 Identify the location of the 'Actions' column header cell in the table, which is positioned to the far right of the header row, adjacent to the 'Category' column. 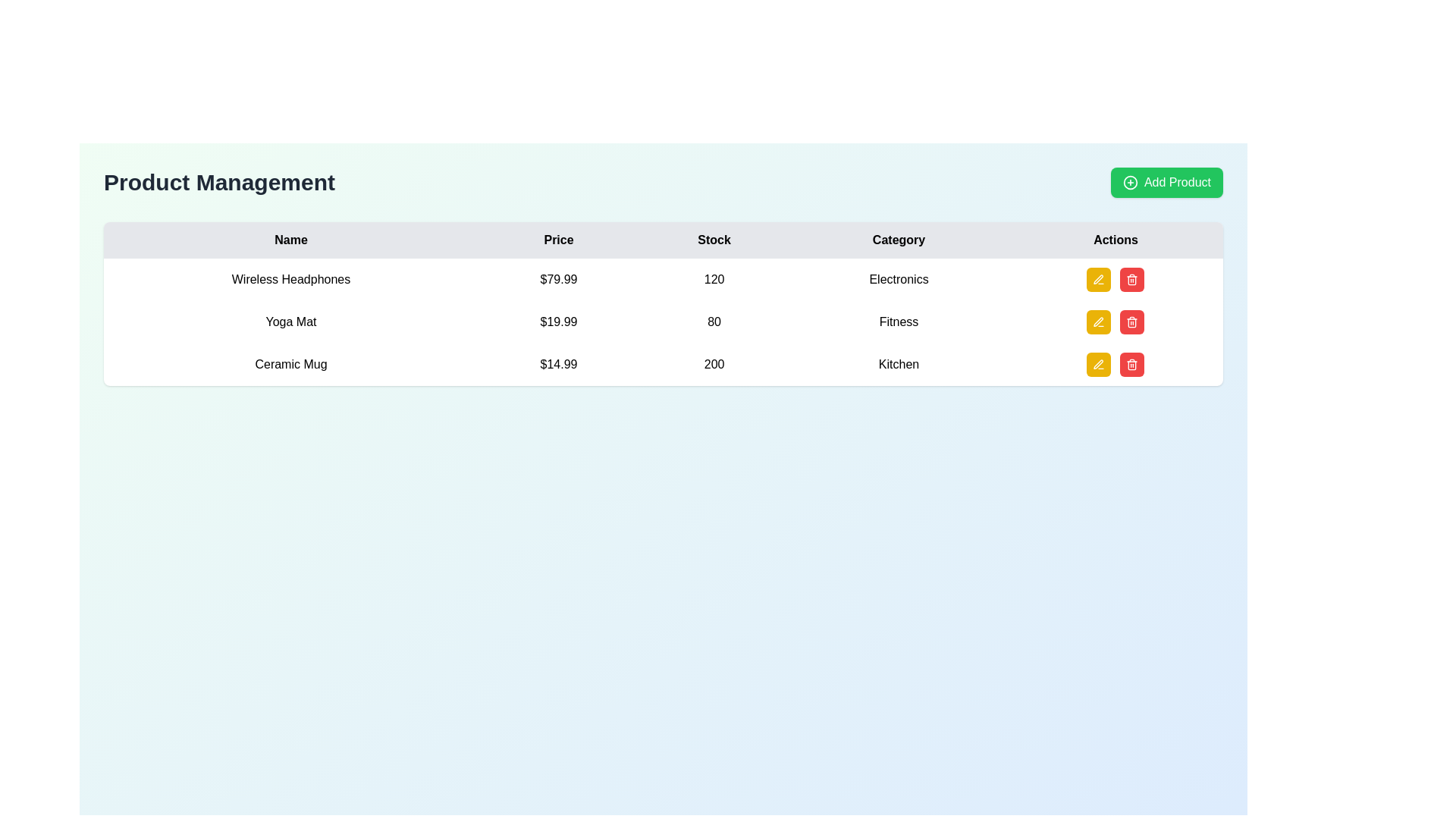
(1116, 239).